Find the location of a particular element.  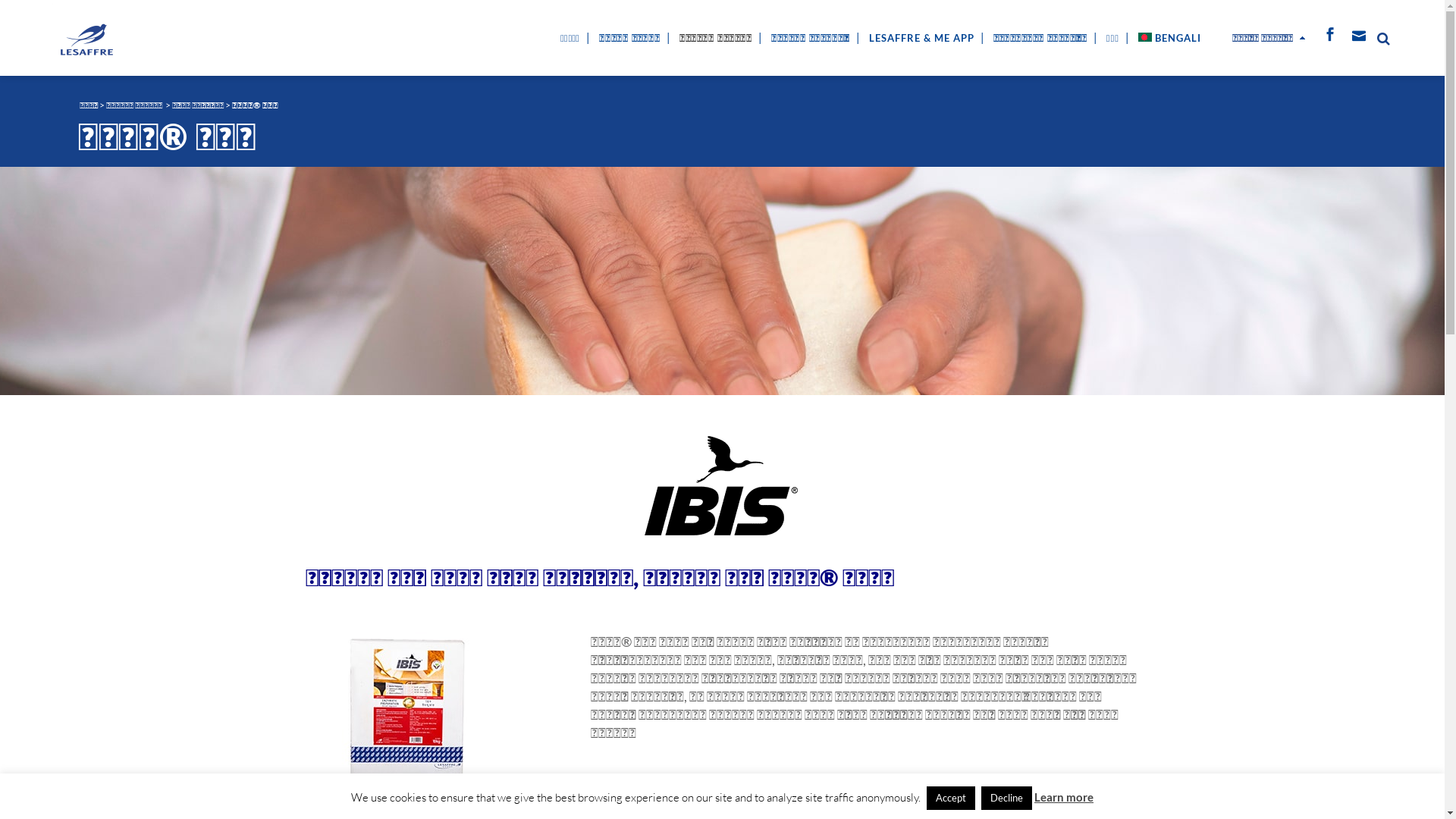

'BENGALI' is located at coordinates (1131, 37).